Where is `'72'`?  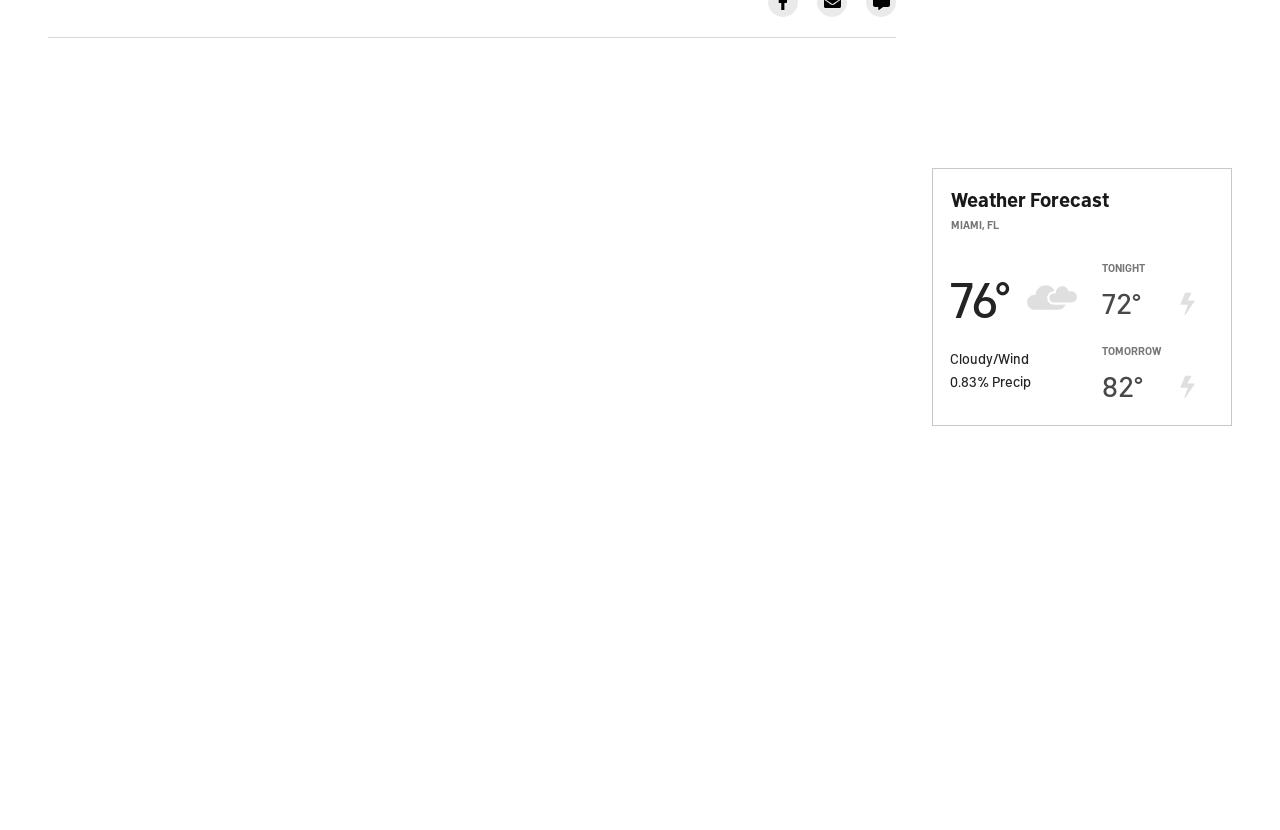 '72' is located at coordinates (1116, 300).